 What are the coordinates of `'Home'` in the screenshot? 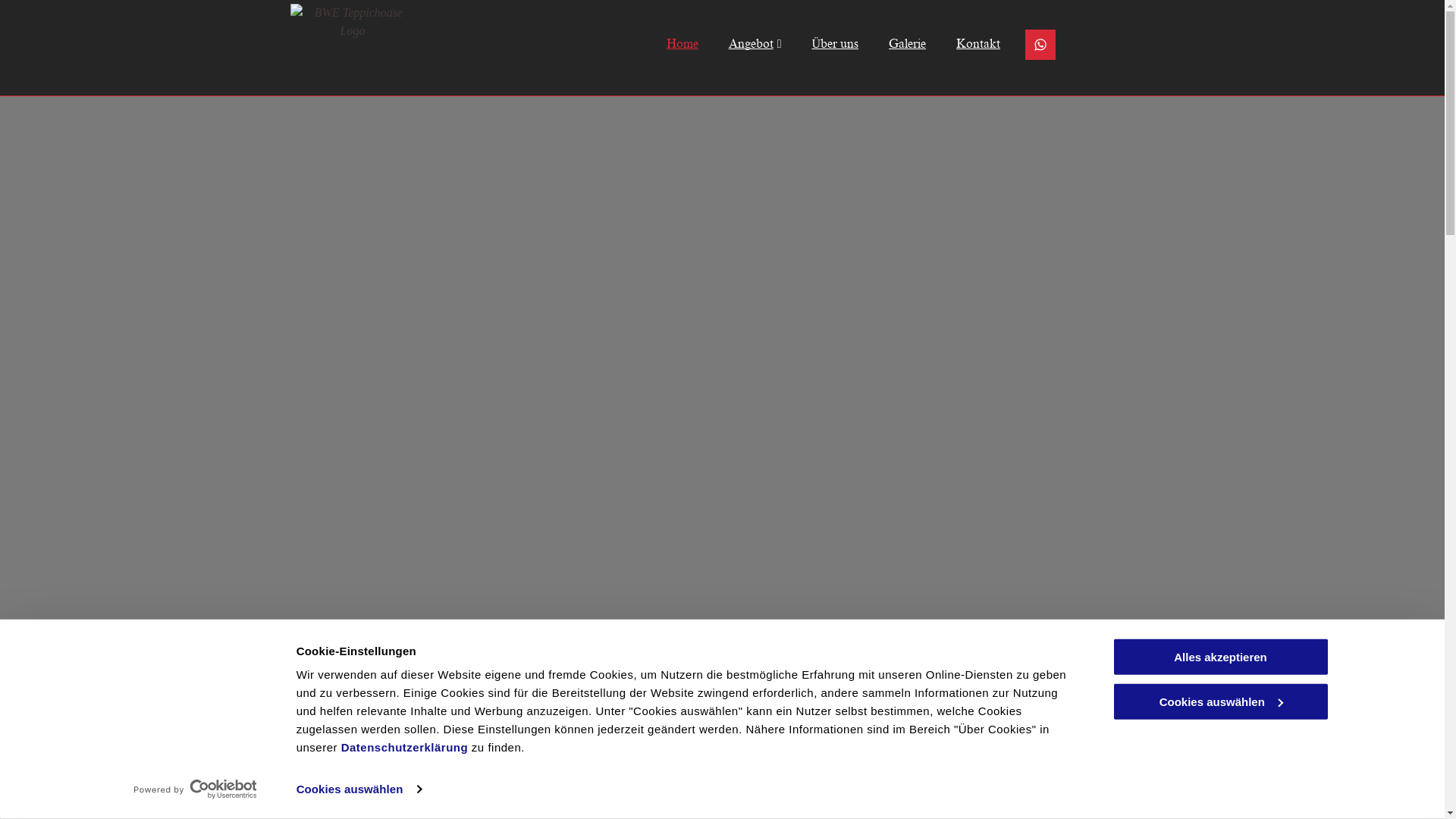 It's located at (636, 42).